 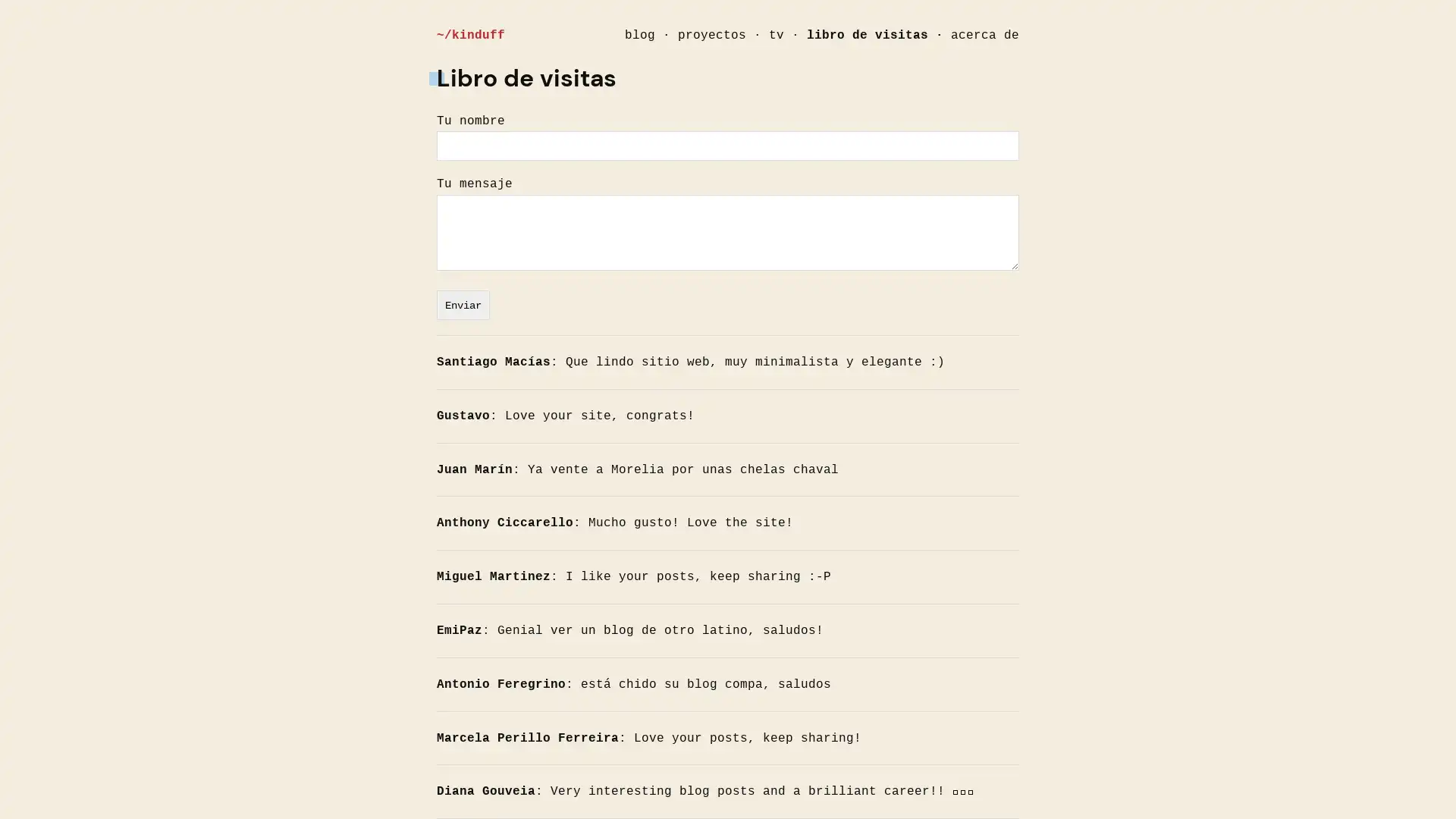 I want to click on Enviar, so click(x=462, y=305).